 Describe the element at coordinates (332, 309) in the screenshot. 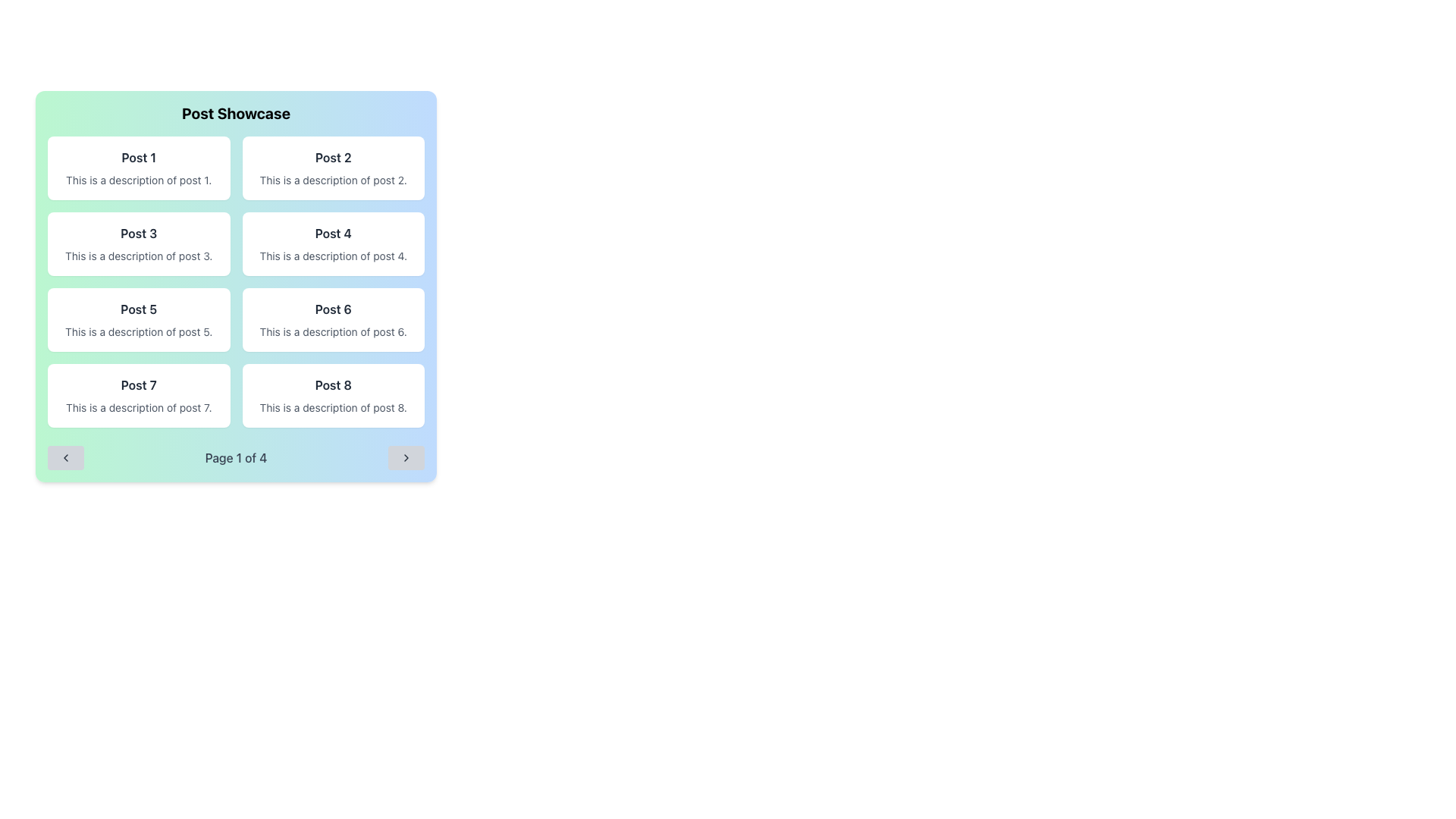

I see `the text label that serves as the title or header for the post, located` at that location.